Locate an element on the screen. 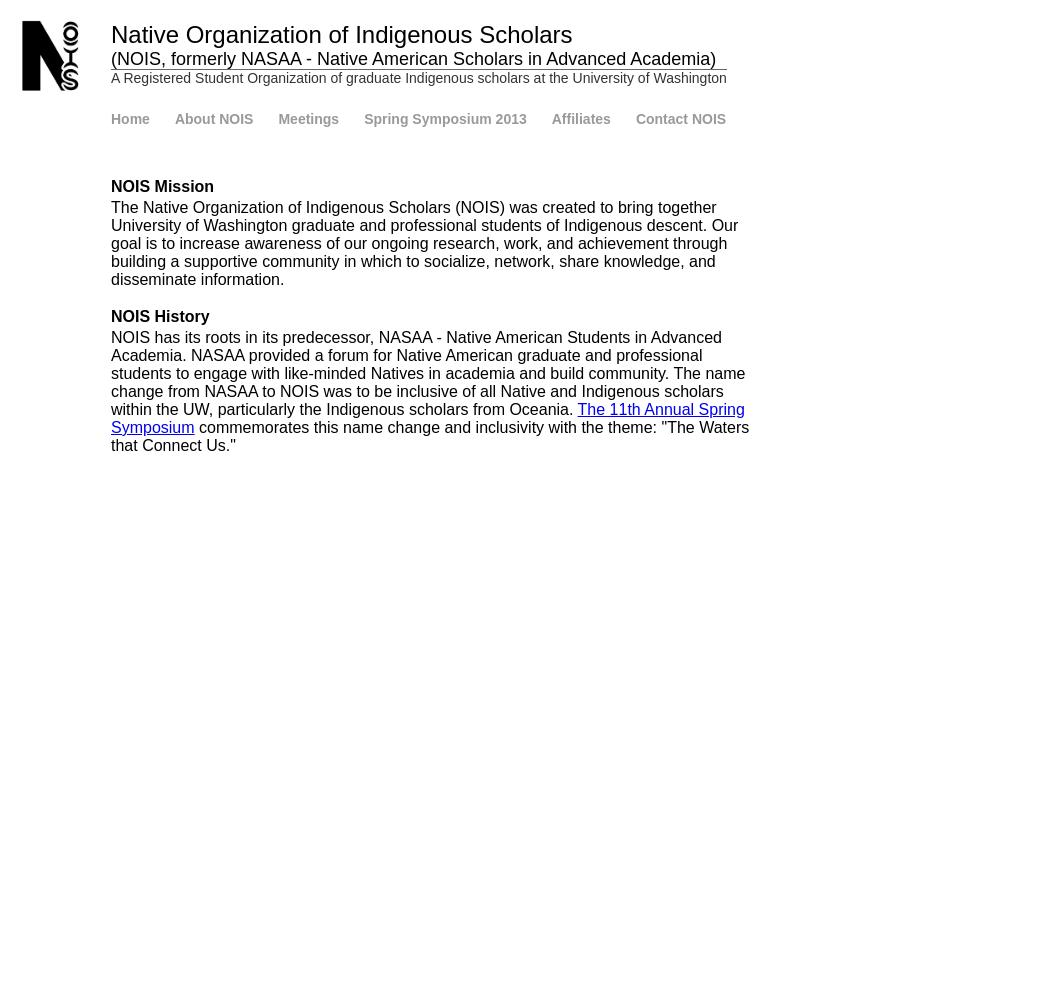  'Spring Symposium 2013' is located at coordinates (444, 118).